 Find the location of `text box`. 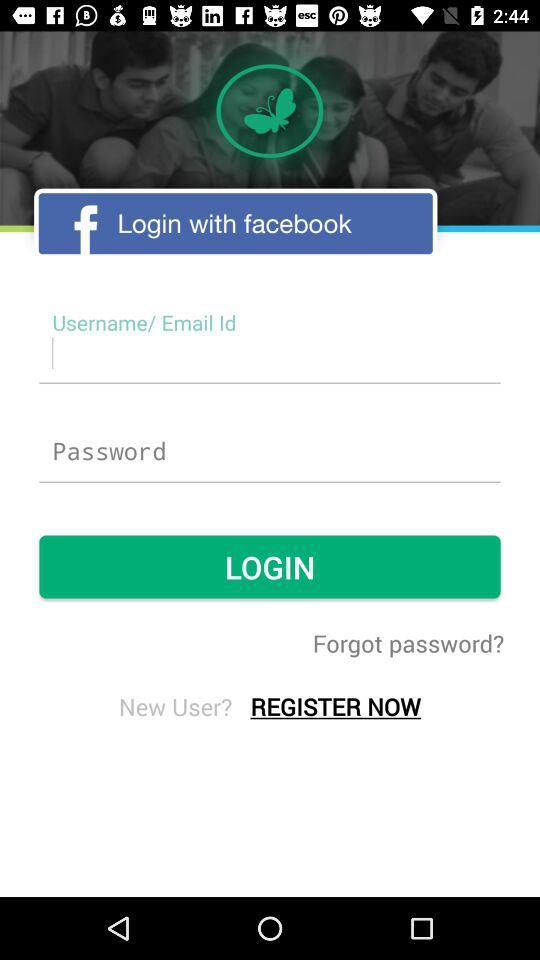

text box is located at coordinates (270, 353).